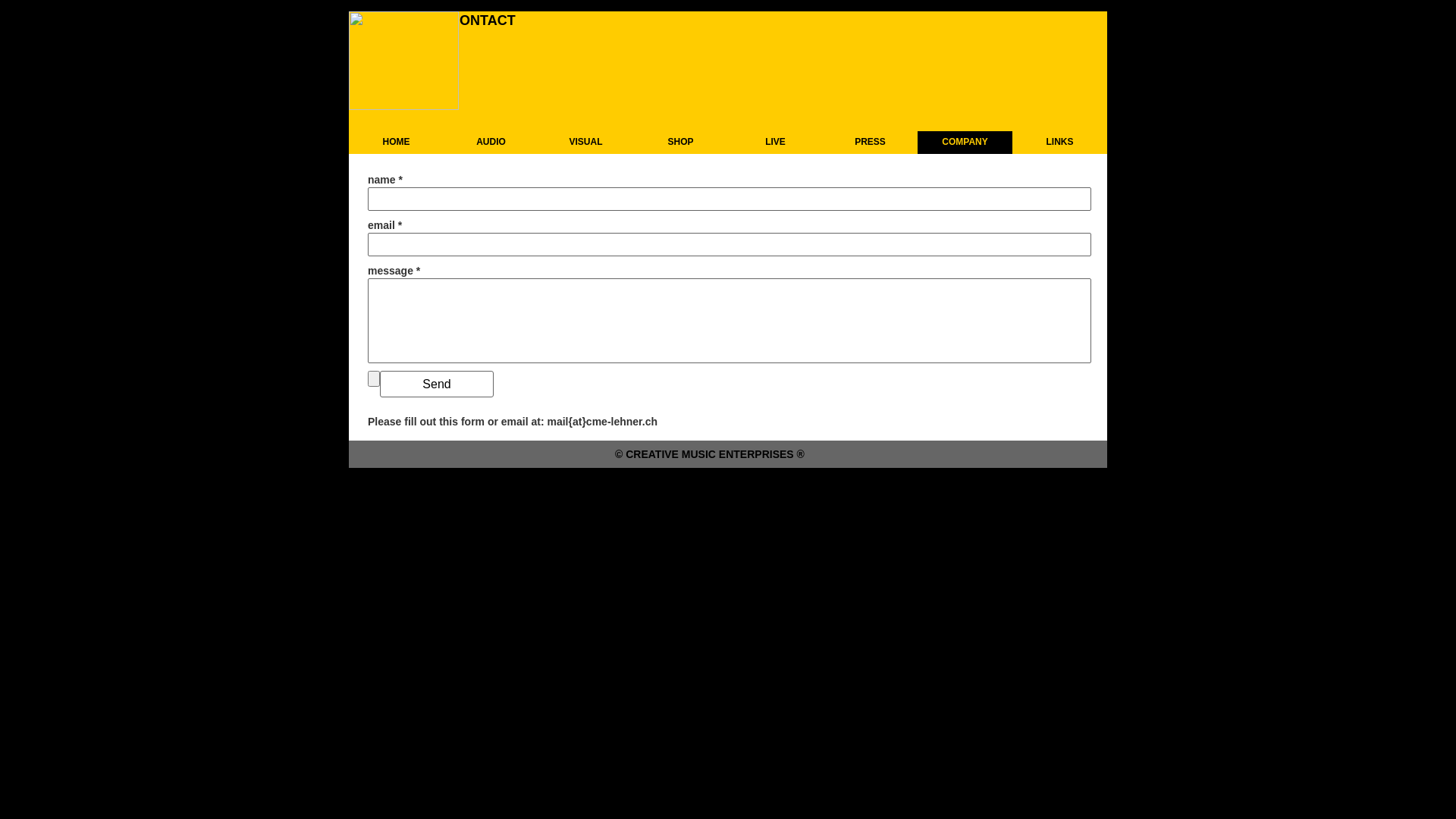 Image resolution: width=1456 pixels, height=819 pixels. Describe the element at coordinates (538, 143) in the screenshot. I see `'VISUAL'` at that location.